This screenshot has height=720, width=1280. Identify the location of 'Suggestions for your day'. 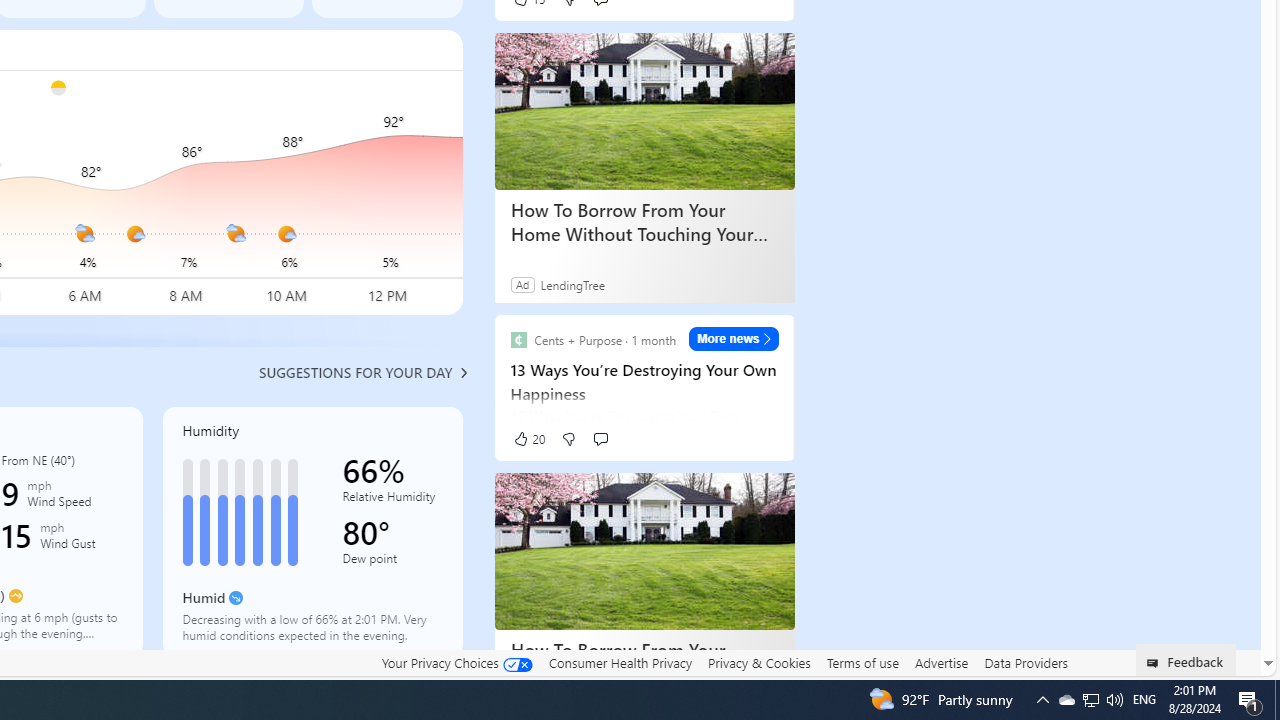
(355, 372).